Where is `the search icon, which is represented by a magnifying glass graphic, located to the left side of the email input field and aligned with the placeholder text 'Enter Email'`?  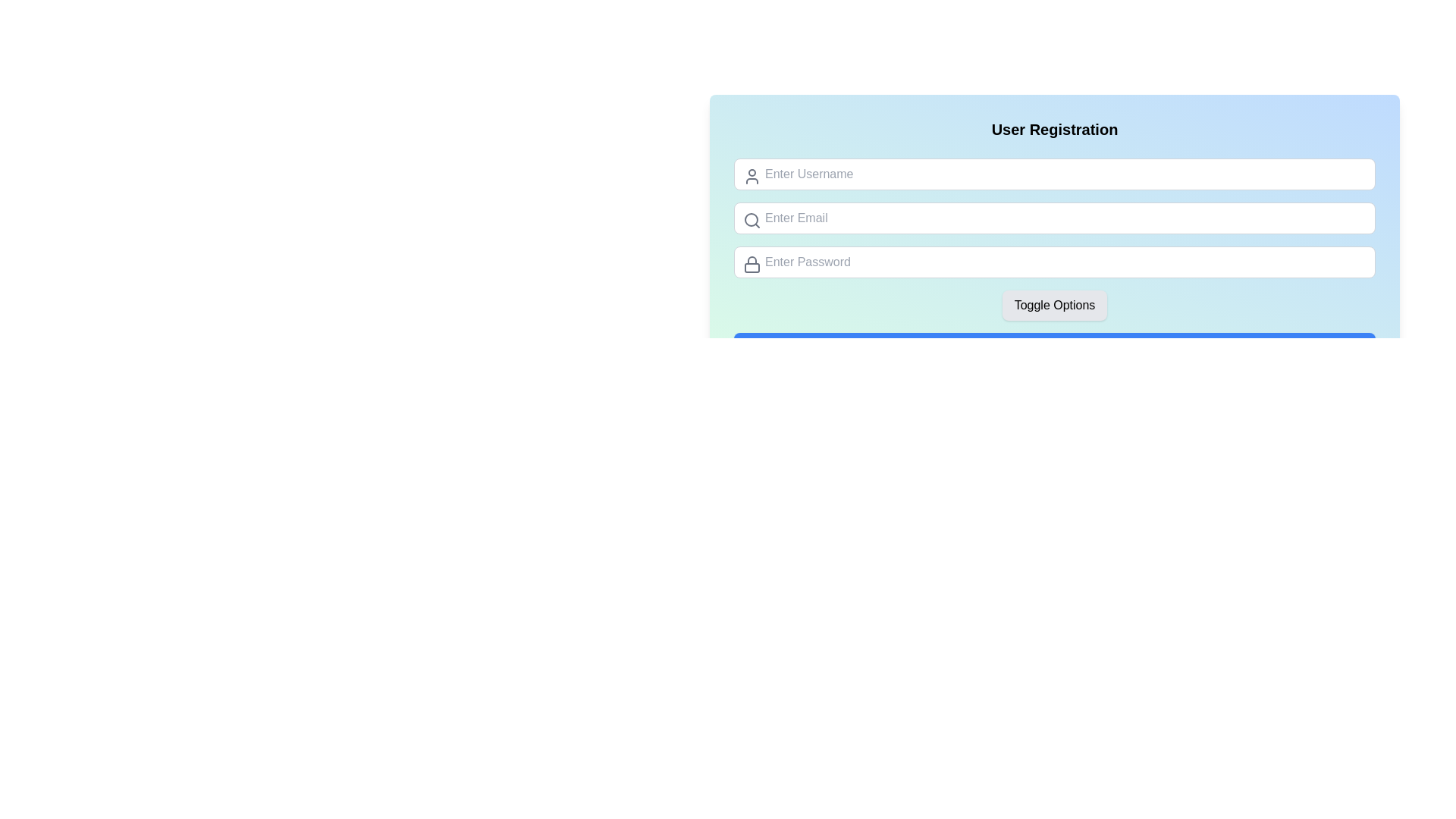 the search icon, which is represented by a magnifying glass graphic, located to the left side of the email input field and aligned with the placeholder text 'Enter Email' is located at coordinates (752, 220).